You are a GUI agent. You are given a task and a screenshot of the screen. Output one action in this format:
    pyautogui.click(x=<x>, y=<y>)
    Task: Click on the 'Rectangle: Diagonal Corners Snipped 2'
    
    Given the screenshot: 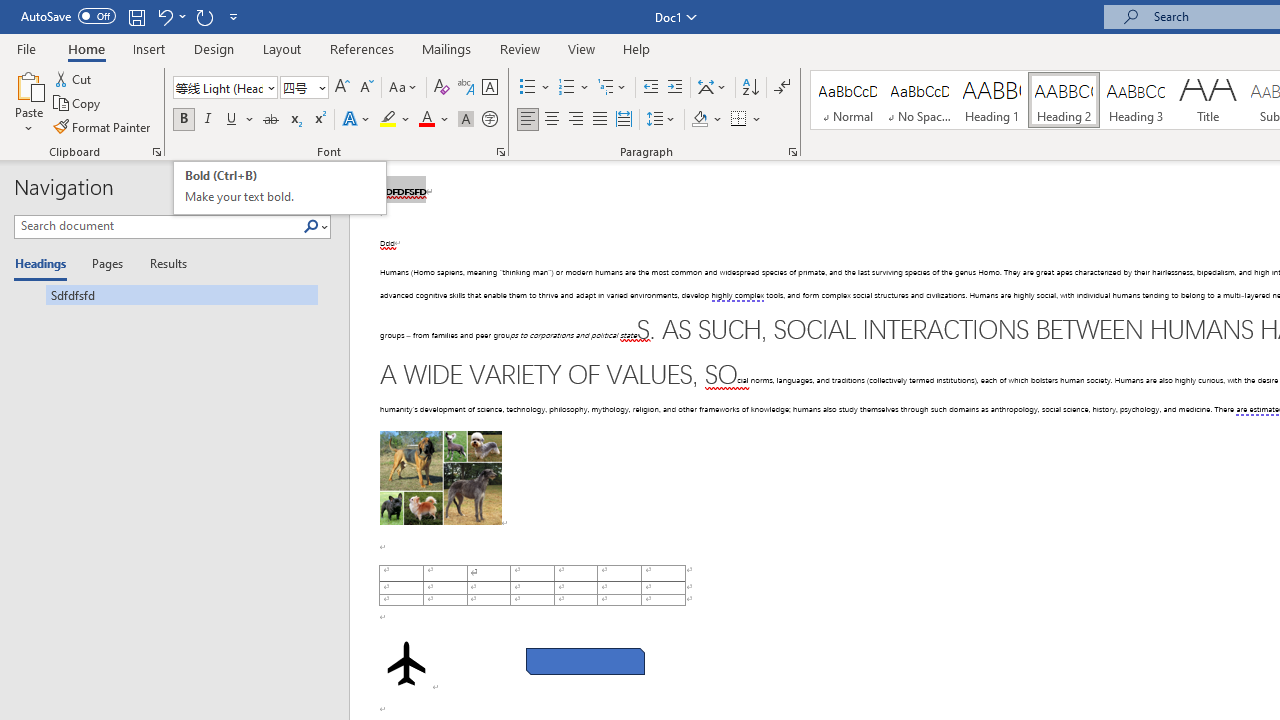 What is the action you would take?
    pyautogui.click(x=584, y=661)
    